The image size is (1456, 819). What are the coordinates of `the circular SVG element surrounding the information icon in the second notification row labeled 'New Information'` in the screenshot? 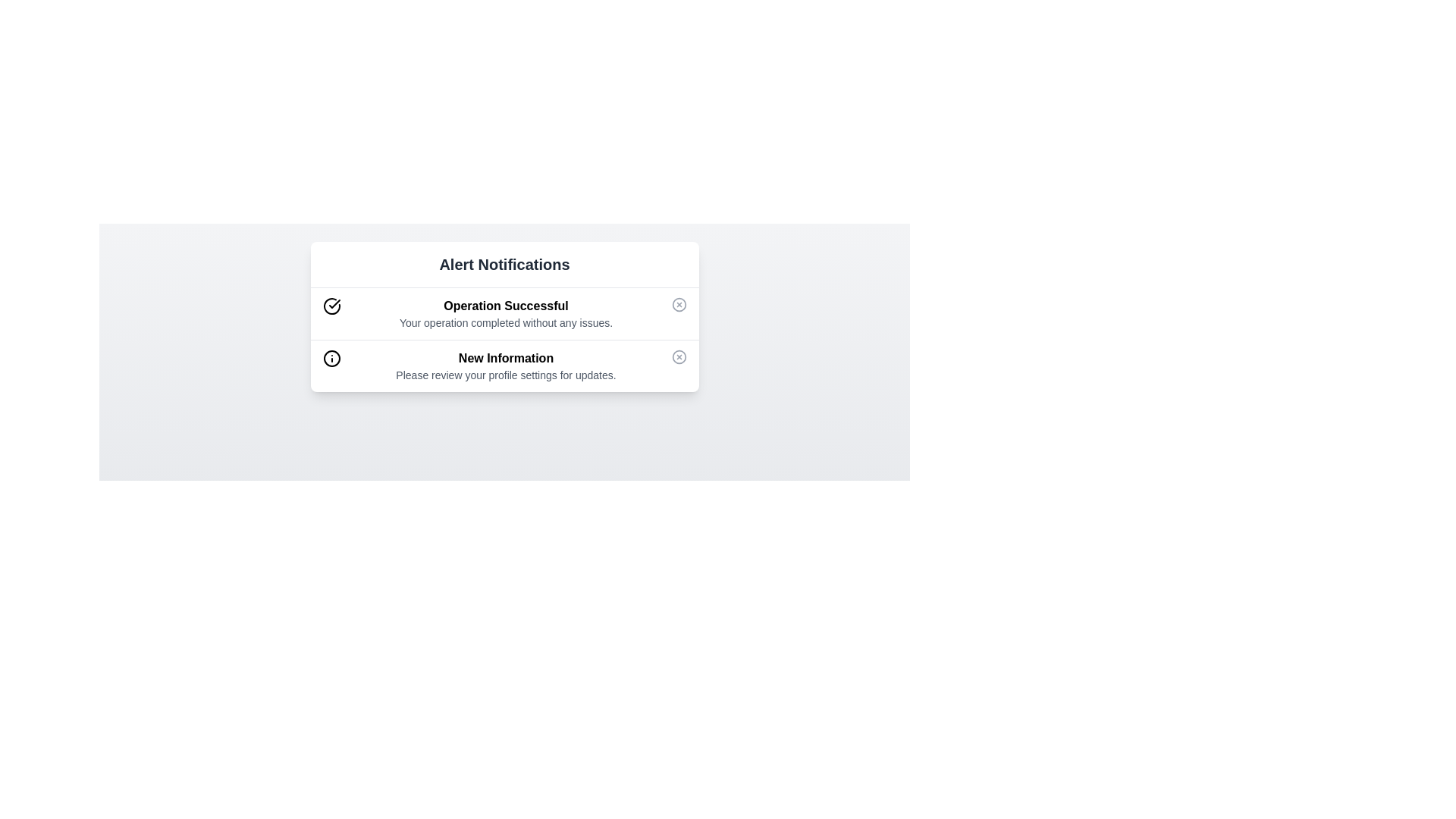 It's located at (331, 359).